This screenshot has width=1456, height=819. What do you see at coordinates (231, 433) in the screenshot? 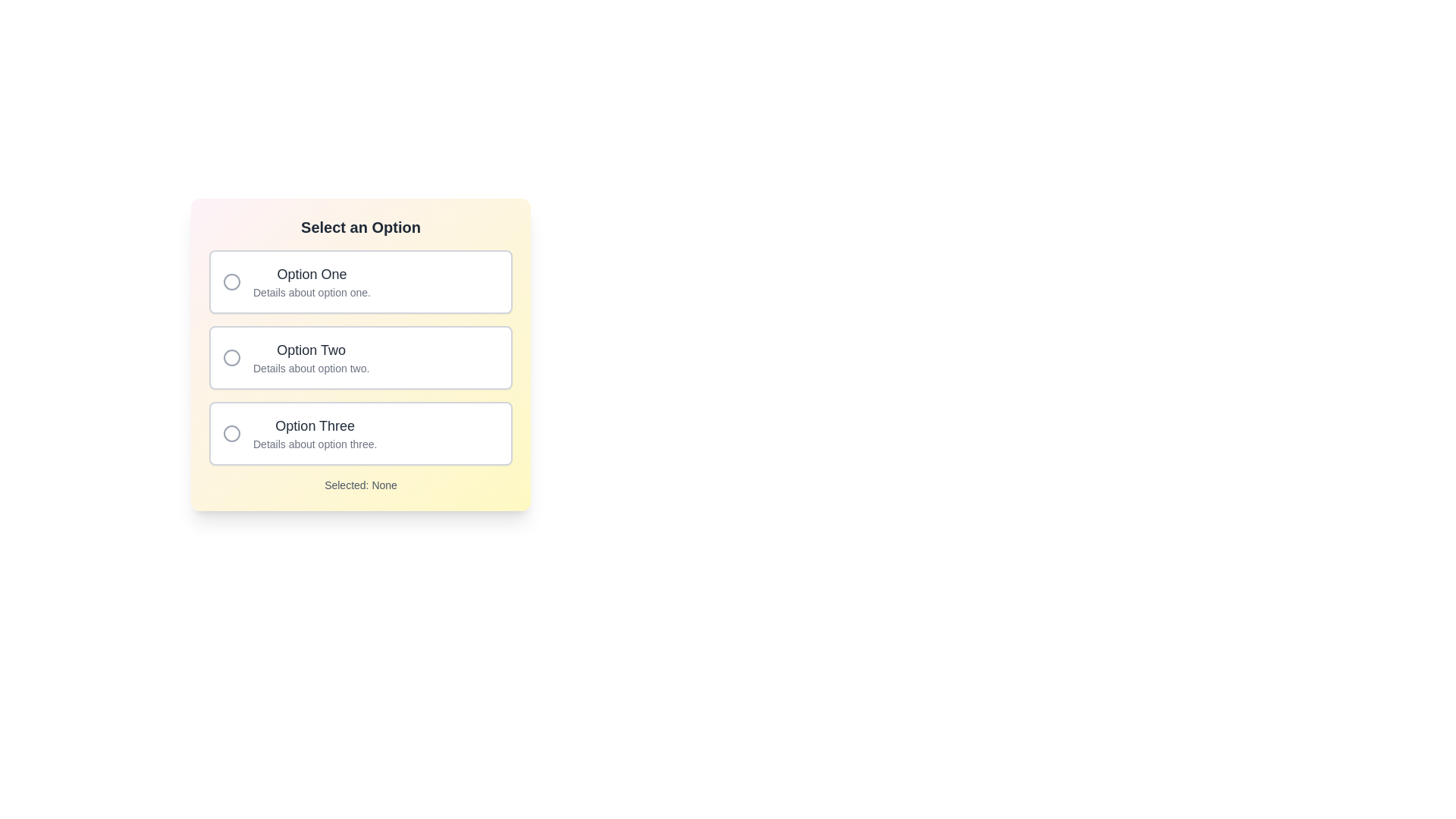
I see `the selection indicator of the third option button, which is a circle indicating the selection state for 'Option Three', to trigger visual feedback` at bounding box center [231, 433].